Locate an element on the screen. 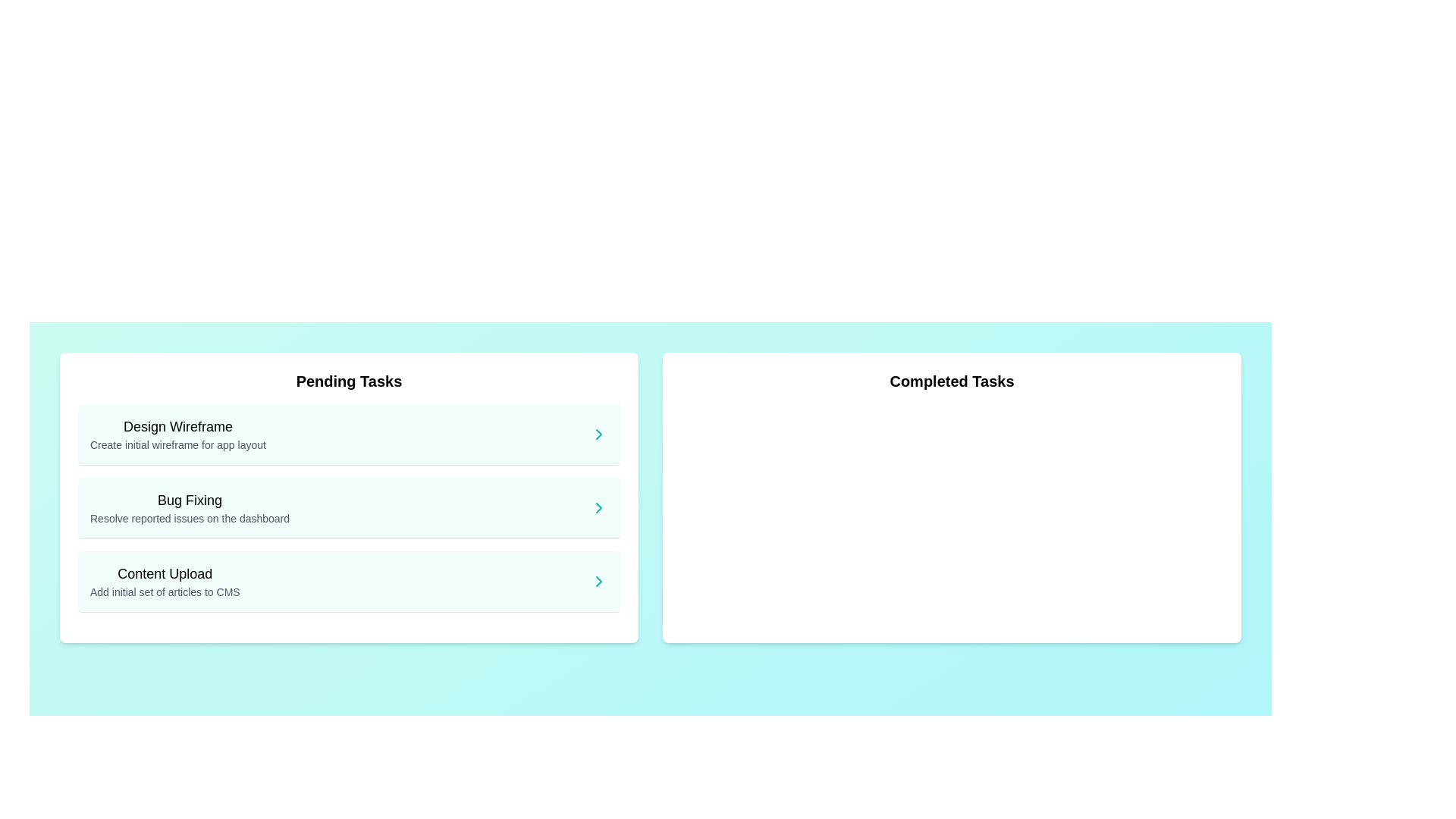 This screenshot has width=1456, height=819. text 'Design Wireframe' from the header in the 'Pending Tasks' section, which is styled in bold black font against a light green background is located at coordinates (178, 427).